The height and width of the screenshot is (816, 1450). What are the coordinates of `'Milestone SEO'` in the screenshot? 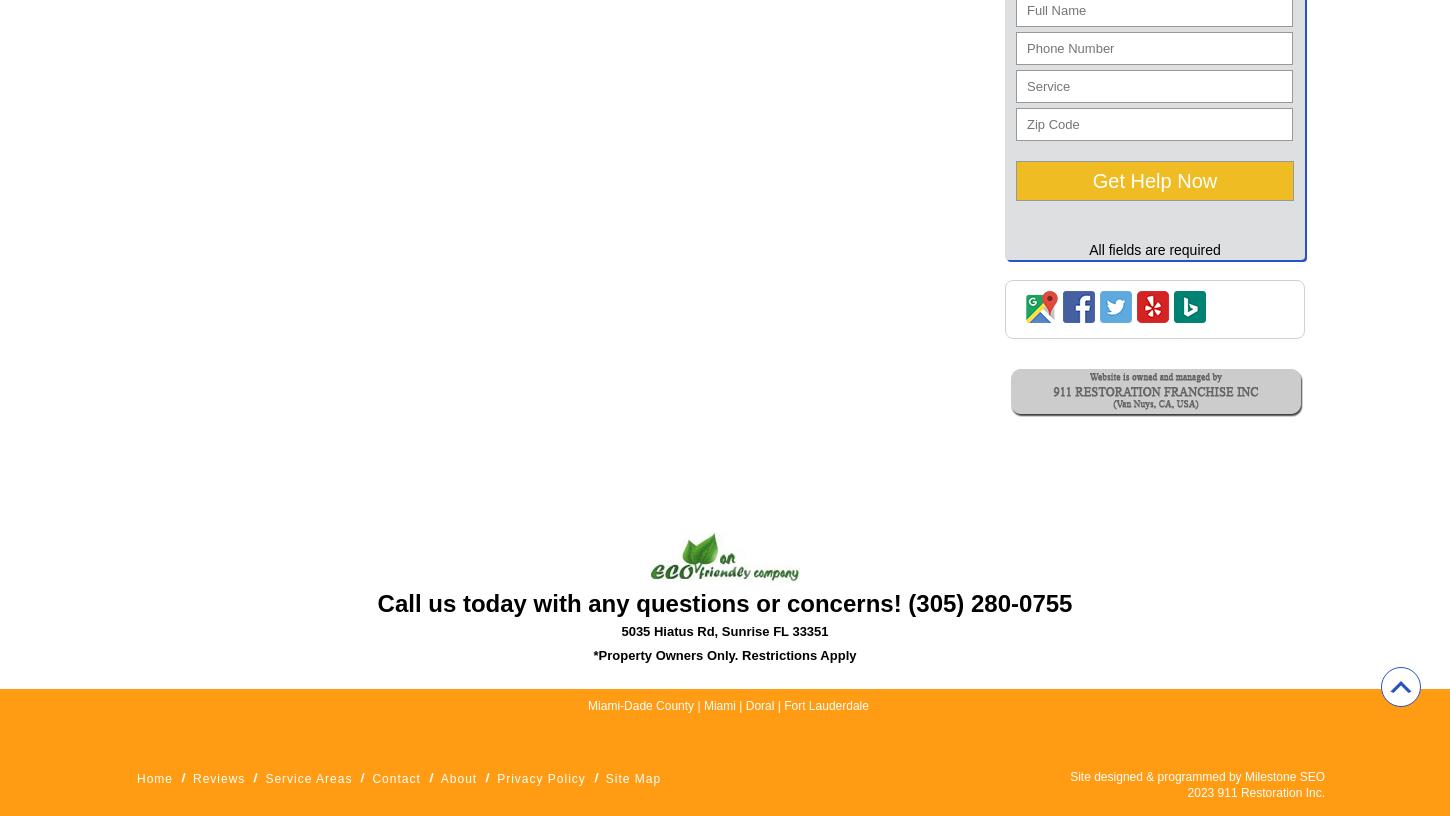 It's located at (1284, 776).